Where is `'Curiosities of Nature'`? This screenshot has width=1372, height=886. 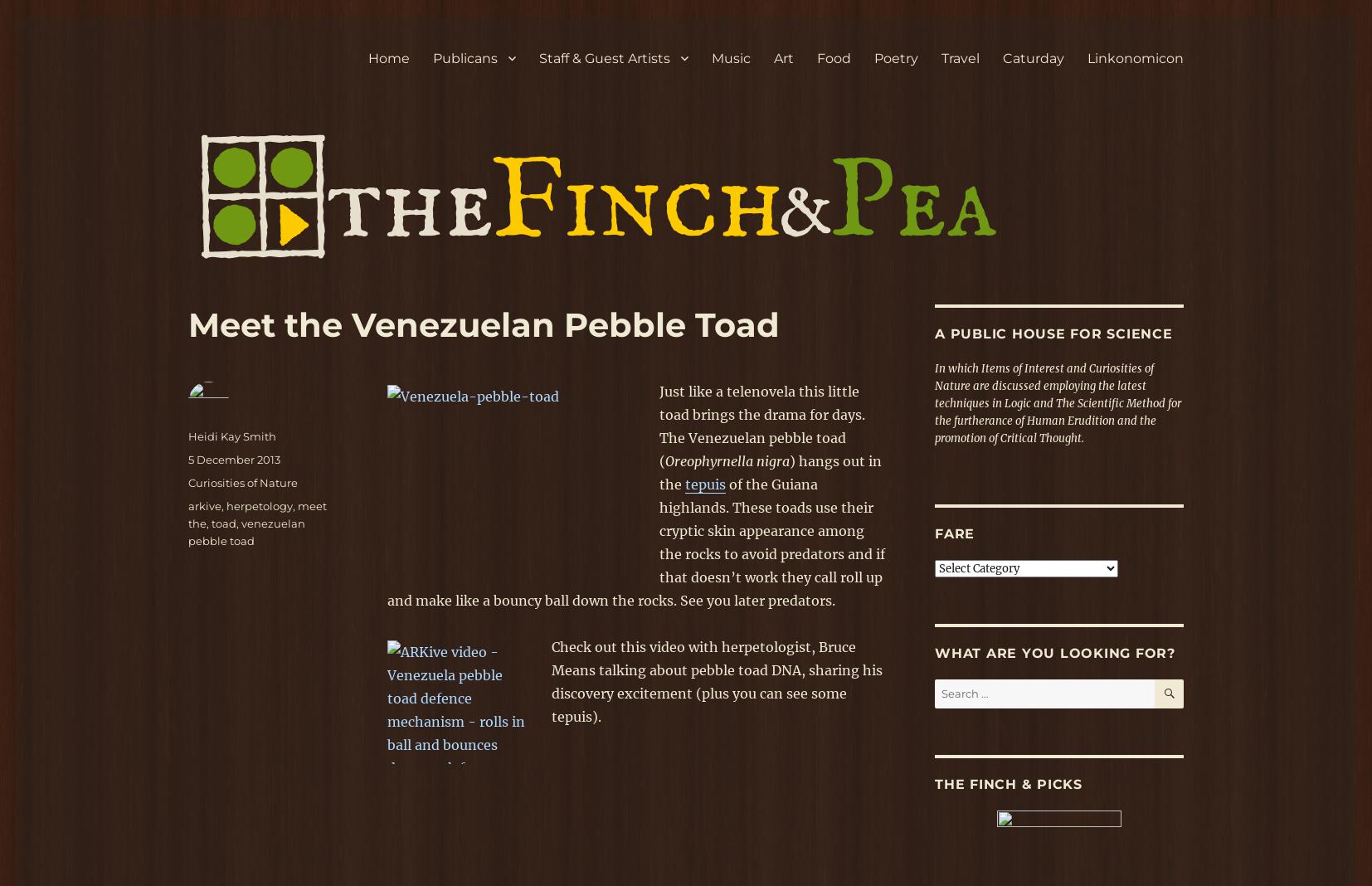
'Curiosities of Nature' is located at coordinates (241, 481).